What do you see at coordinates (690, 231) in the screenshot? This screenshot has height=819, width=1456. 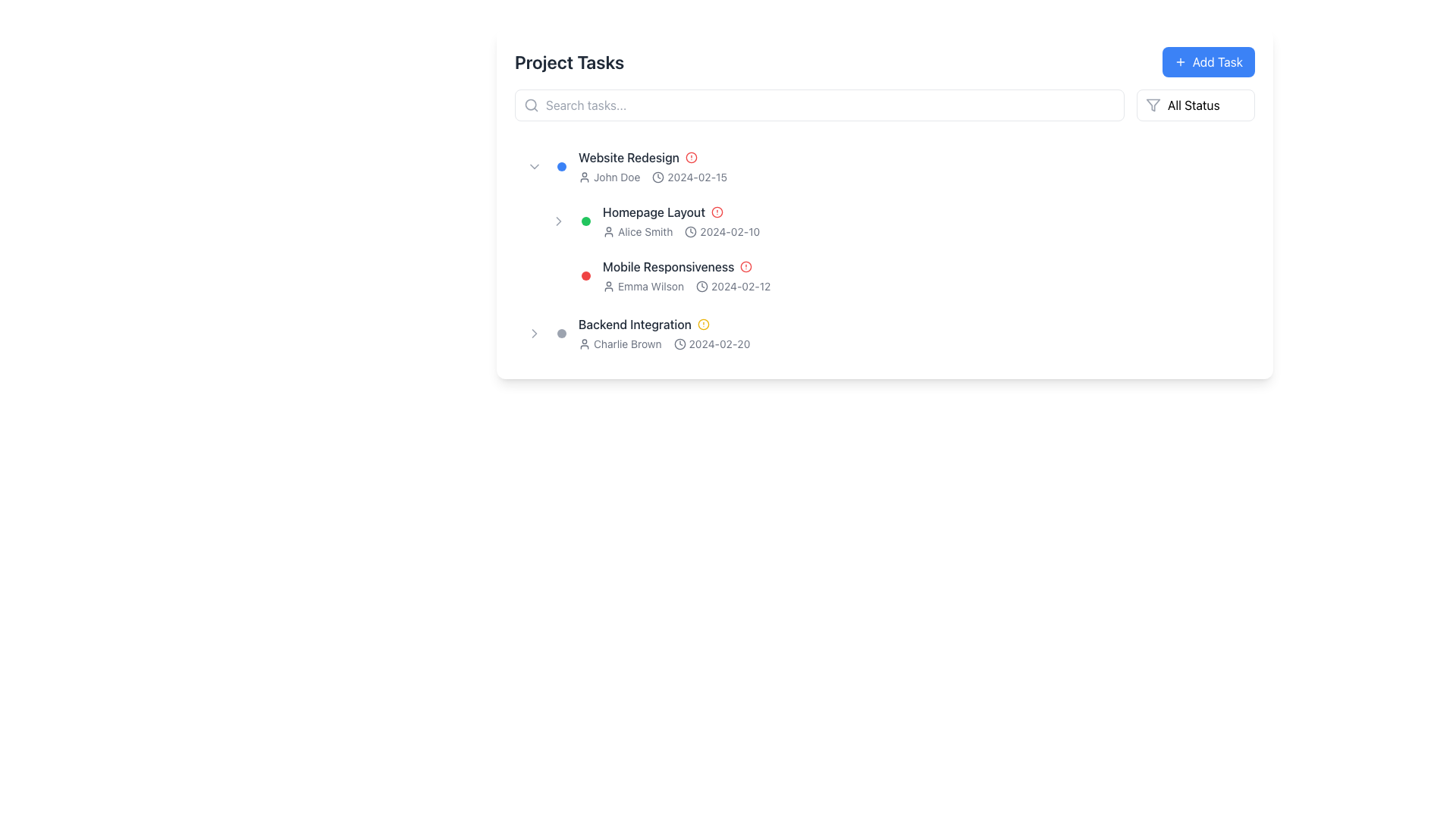 I see `the small clock icon located to the left of the date '2024-02-10' under the task 'Homepage Layout' to get additional information` at bounding box center [690, 231].